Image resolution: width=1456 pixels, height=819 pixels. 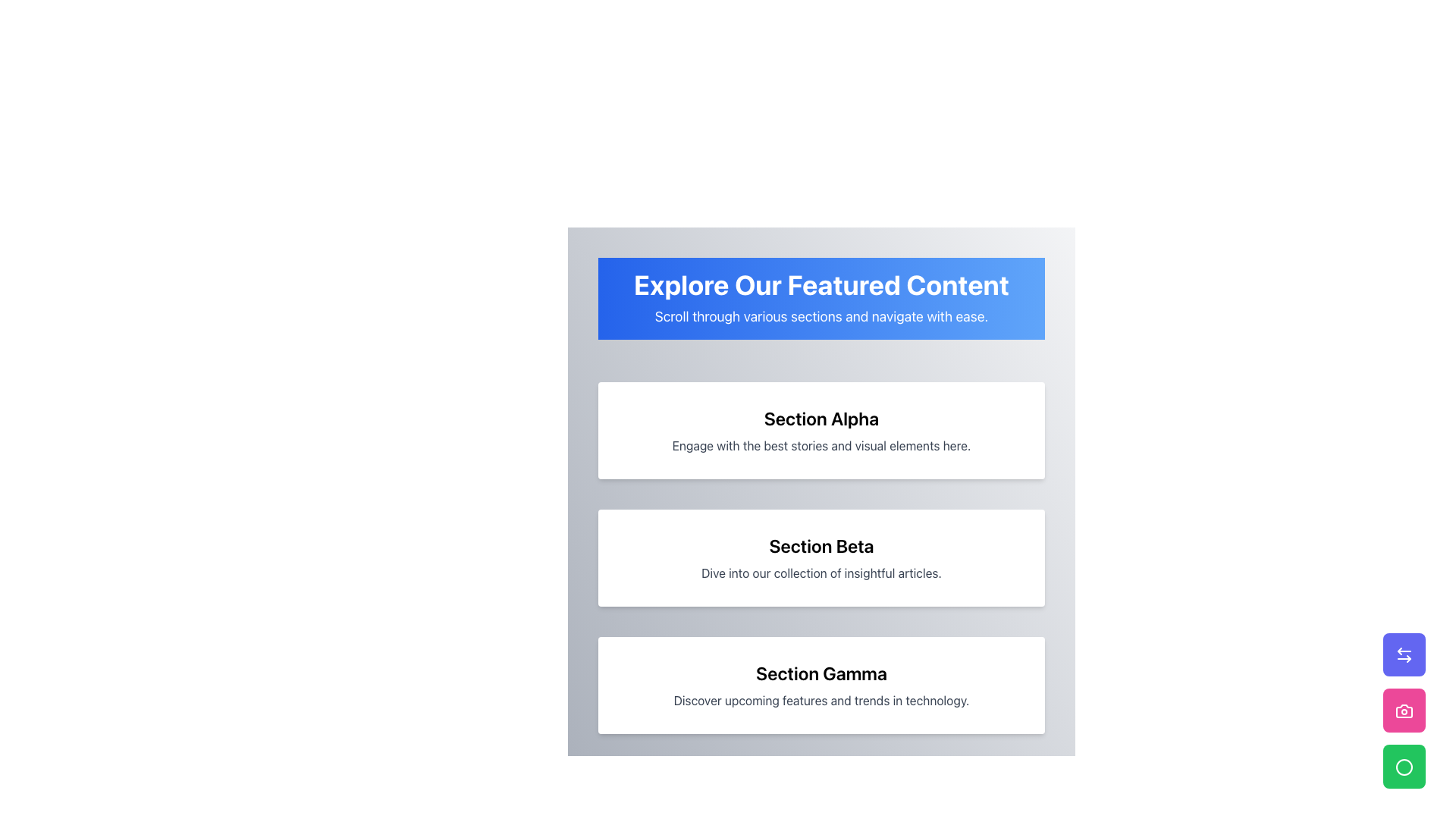 I want to click on the camera action button located in the bottom-right corner of the interface, positioned between a blue button with a bidirectional arrow icon above it and a green button with a circle icon below it, so click(x=1404, y=711).